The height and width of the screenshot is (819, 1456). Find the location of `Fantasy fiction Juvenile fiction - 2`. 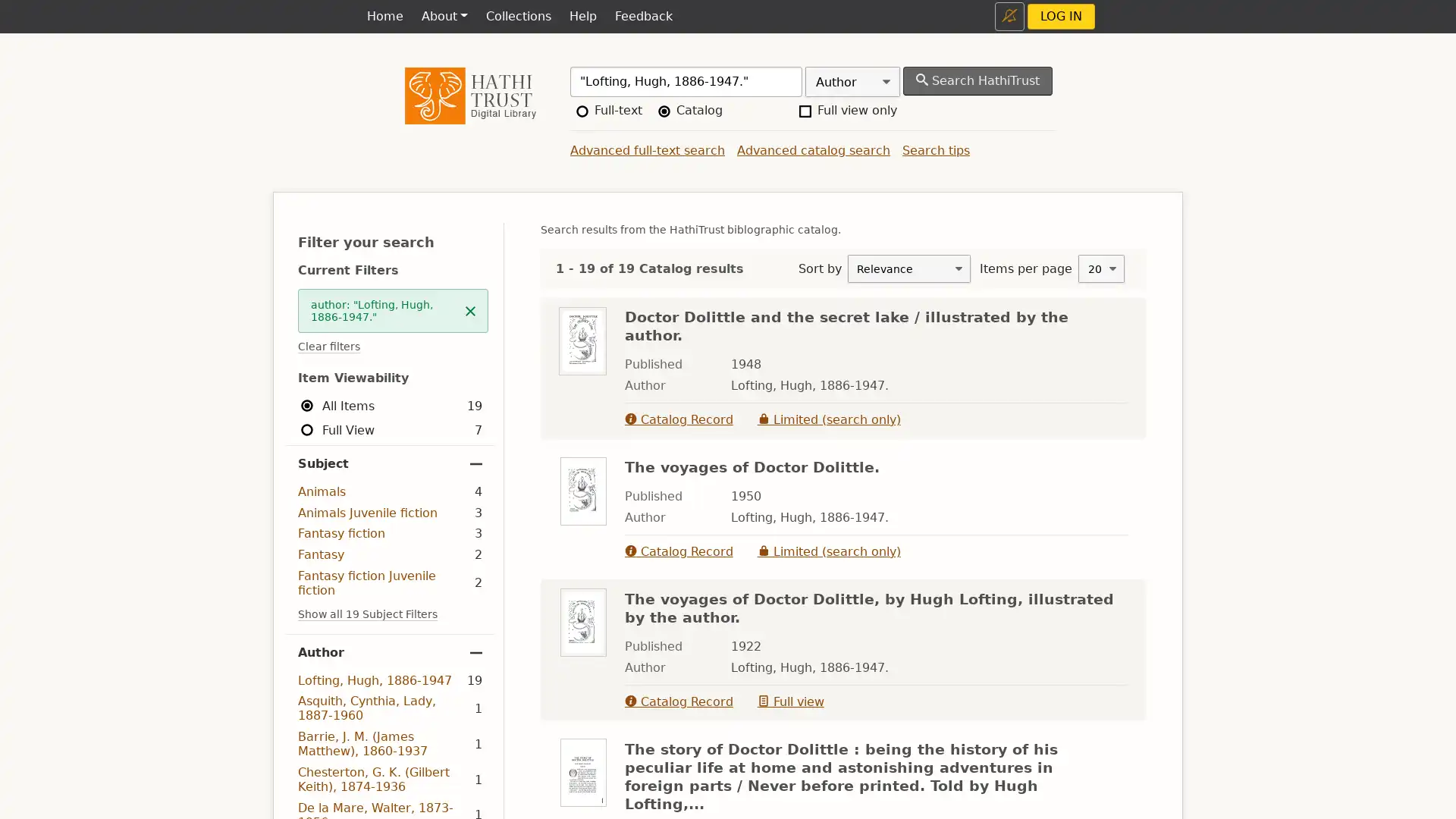

Fantasy fiction Juvenile fiction - 2 is located at coordinates (390, 582).